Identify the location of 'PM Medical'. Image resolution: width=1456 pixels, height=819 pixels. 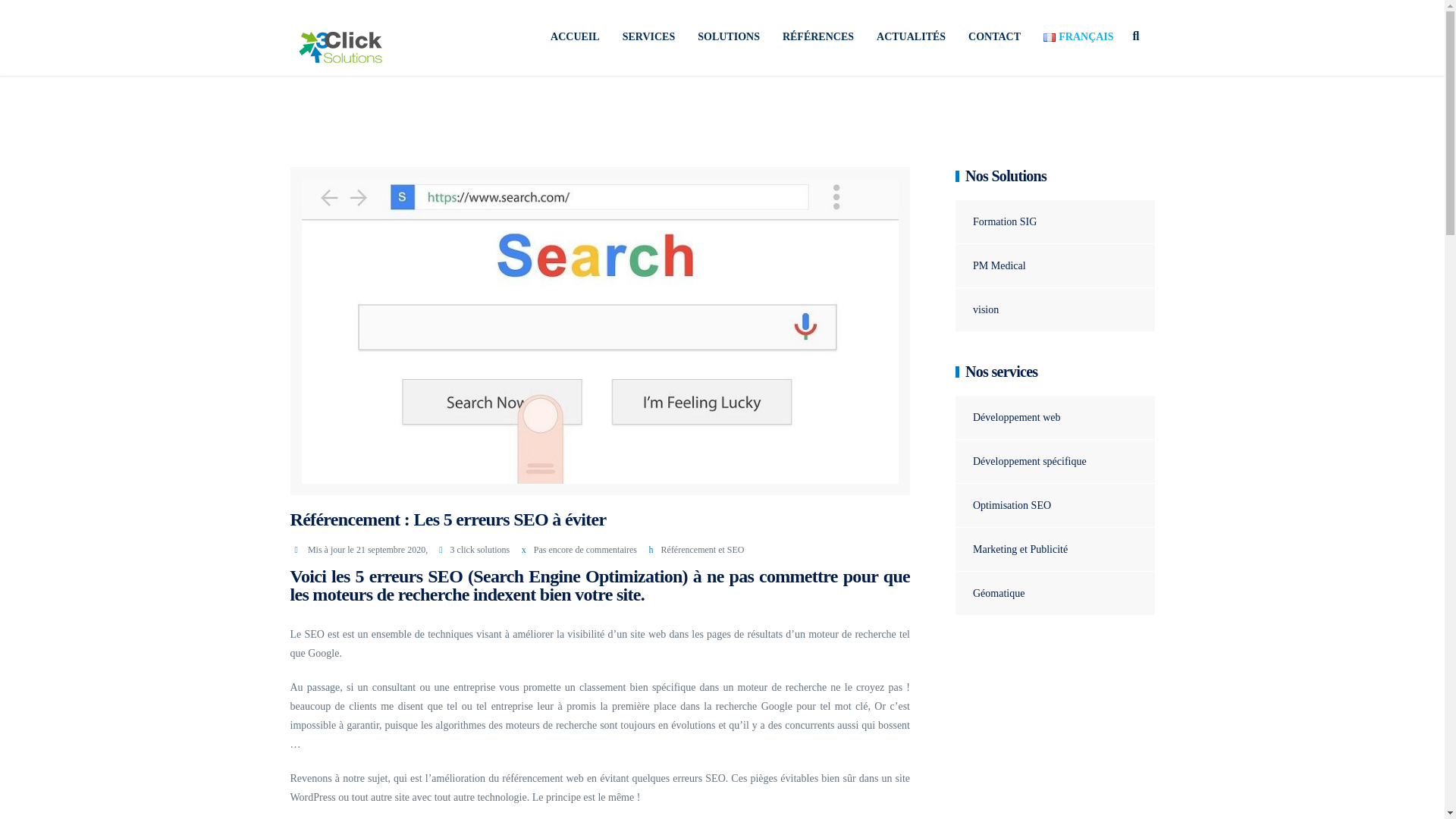
(990, 265).